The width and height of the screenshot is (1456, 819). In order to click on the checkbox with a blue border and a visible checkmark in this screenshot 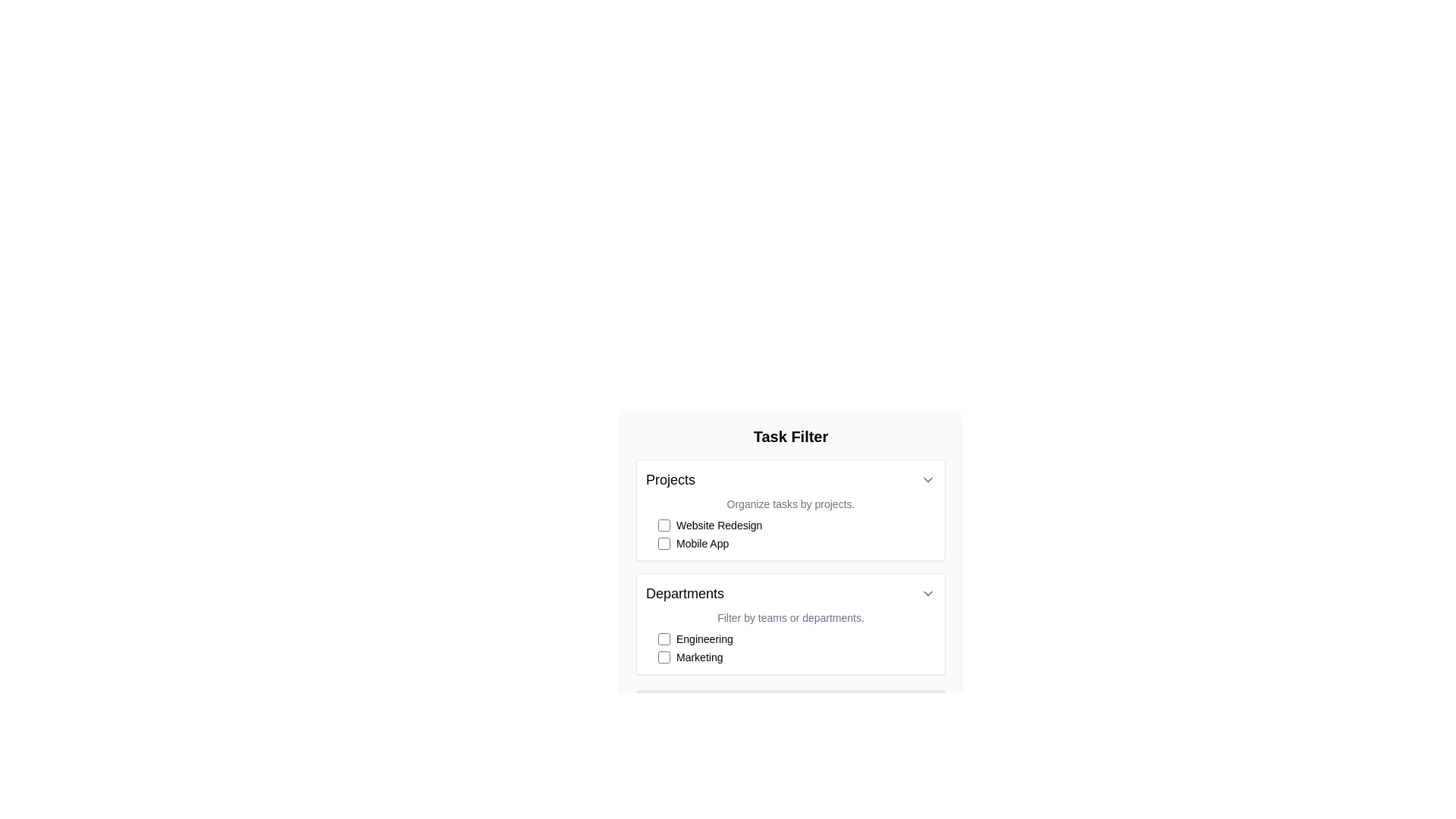, I will do `click(664, 525)`.